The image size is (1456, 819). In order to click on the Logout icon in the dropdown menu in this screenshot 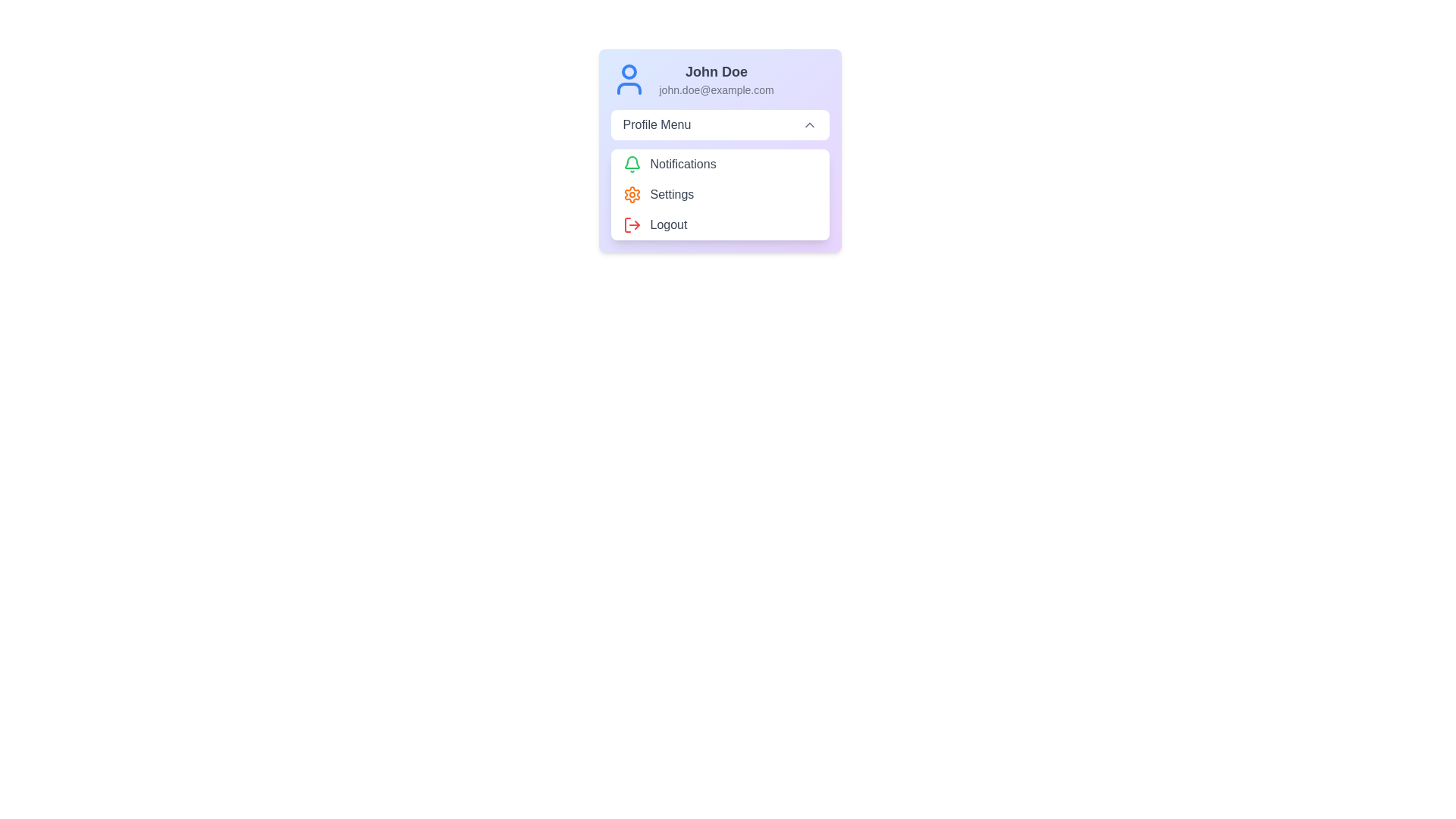, I will do `click(632, 225)`.